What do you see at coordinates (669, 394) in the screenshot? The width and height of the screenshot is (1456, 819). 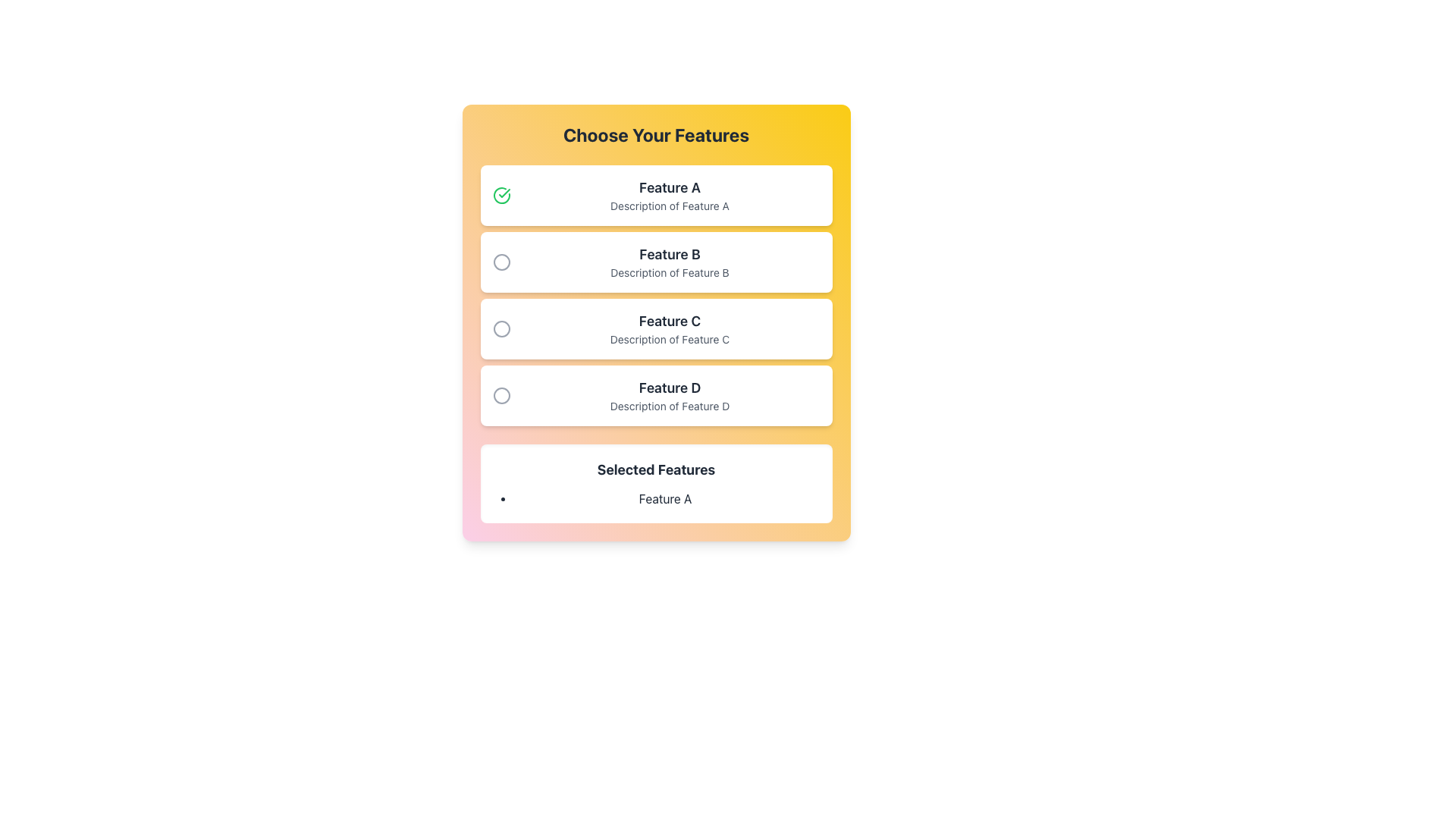 I see `the text component labeled 'Feature D' which includes a header and a subtitle, located in the fourth position of a vertically-stacked list` at bounding box center [669, 394].